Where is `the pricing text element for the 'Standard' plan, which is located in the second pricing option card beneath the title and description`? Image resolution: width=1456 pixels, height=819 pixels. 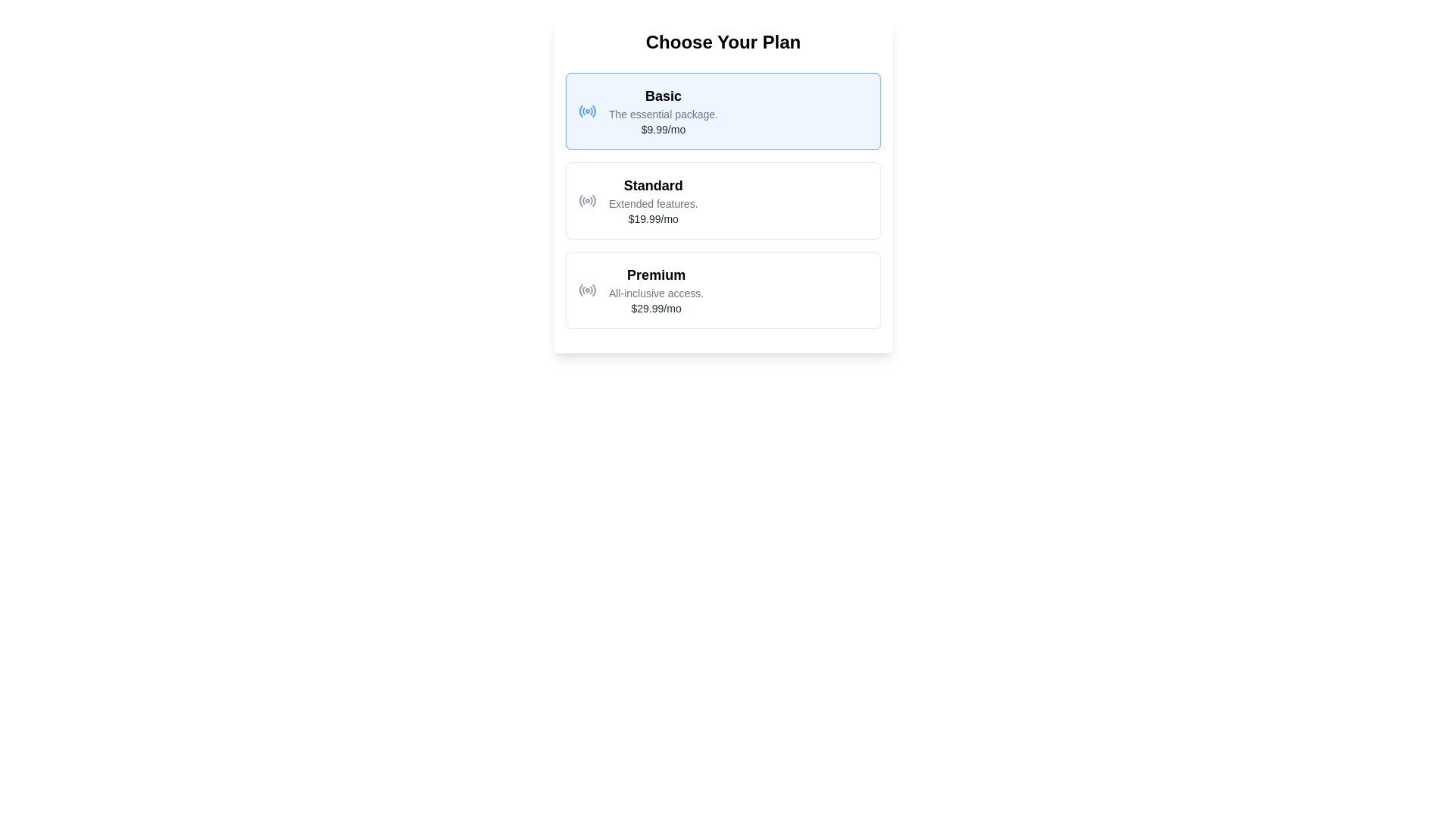 the pricing text element for the 'Standard' plan, which is located in the second pricing option card beneath the title and description is located at coordinates (653, 219).